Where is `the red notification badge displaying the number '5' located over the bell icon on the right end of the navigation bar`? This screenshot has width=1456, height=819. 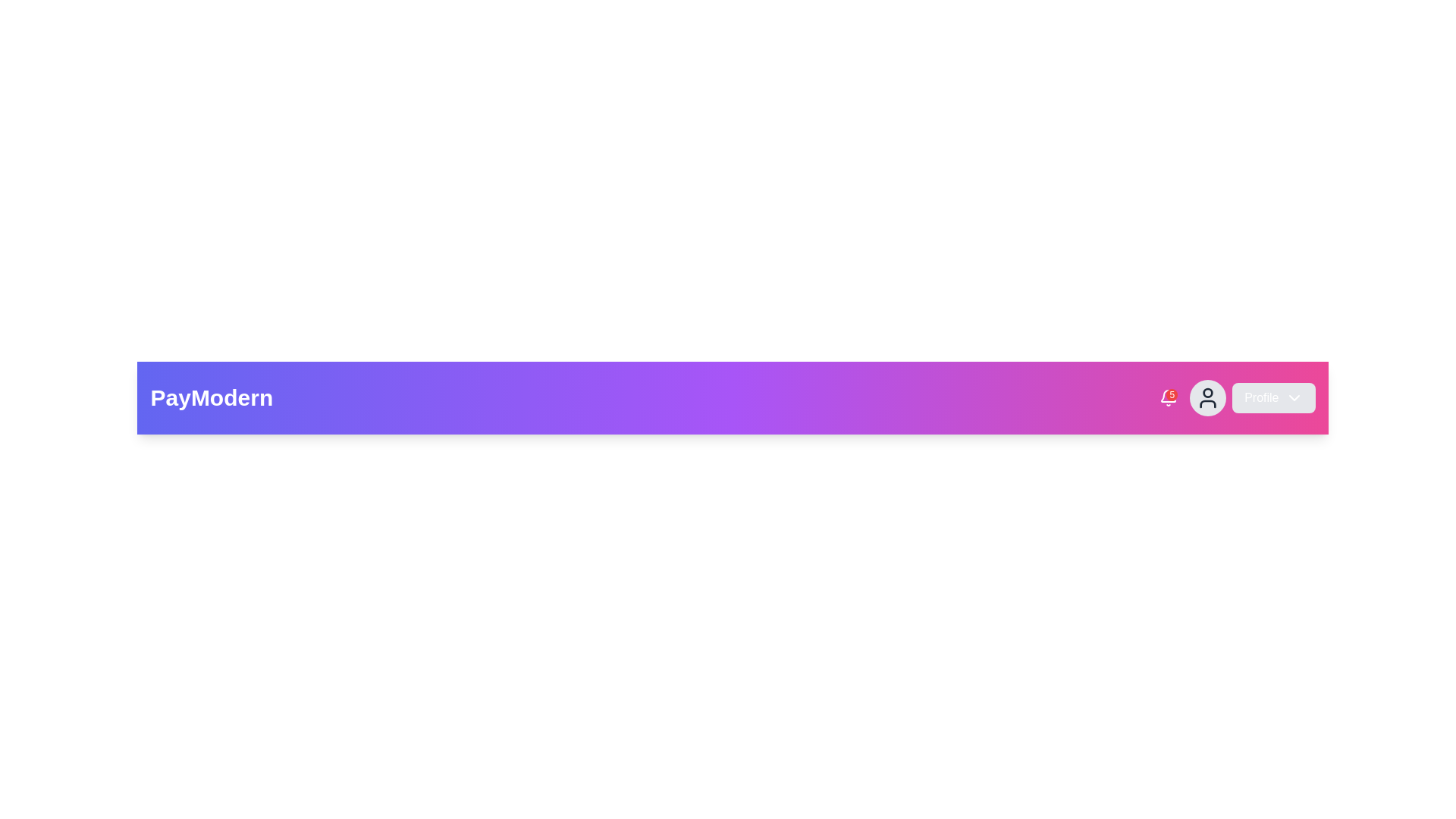
the red notification badge displaying the number '5' located over the bell icon on the right end of the navigation bar is located at coordinates (1168, 397).